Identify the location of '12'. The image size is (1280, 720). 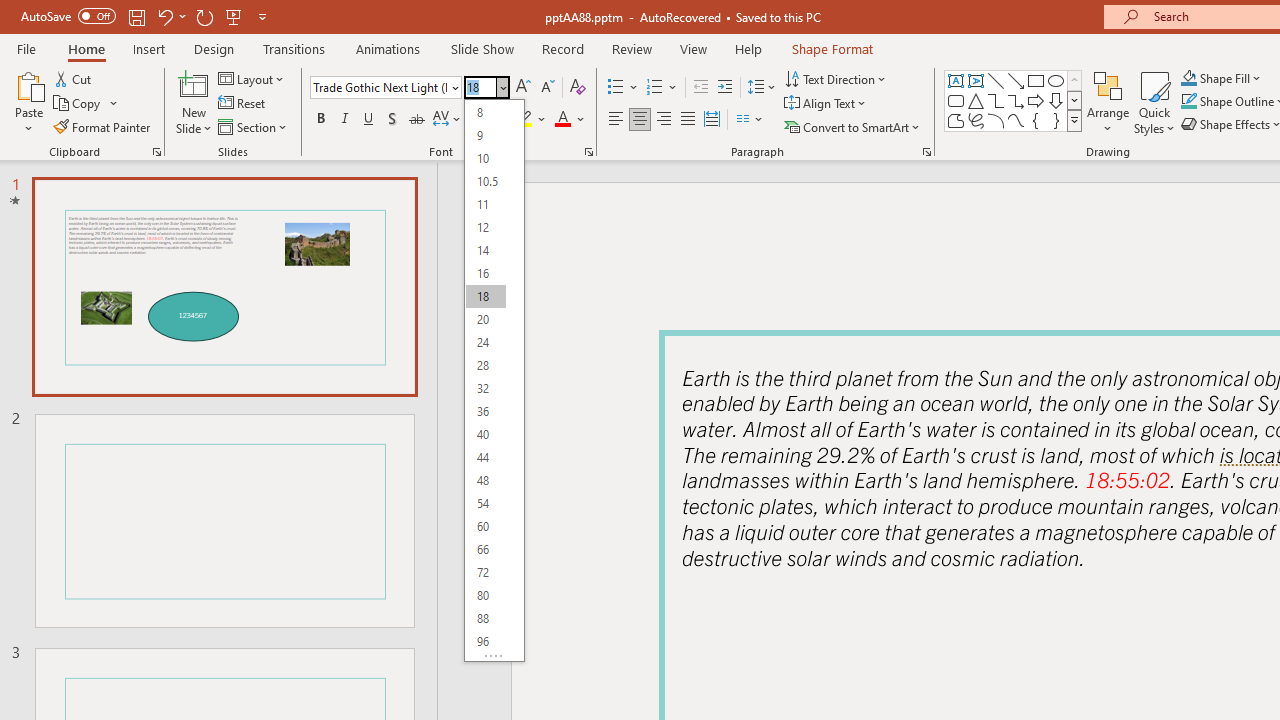
(485, 226).